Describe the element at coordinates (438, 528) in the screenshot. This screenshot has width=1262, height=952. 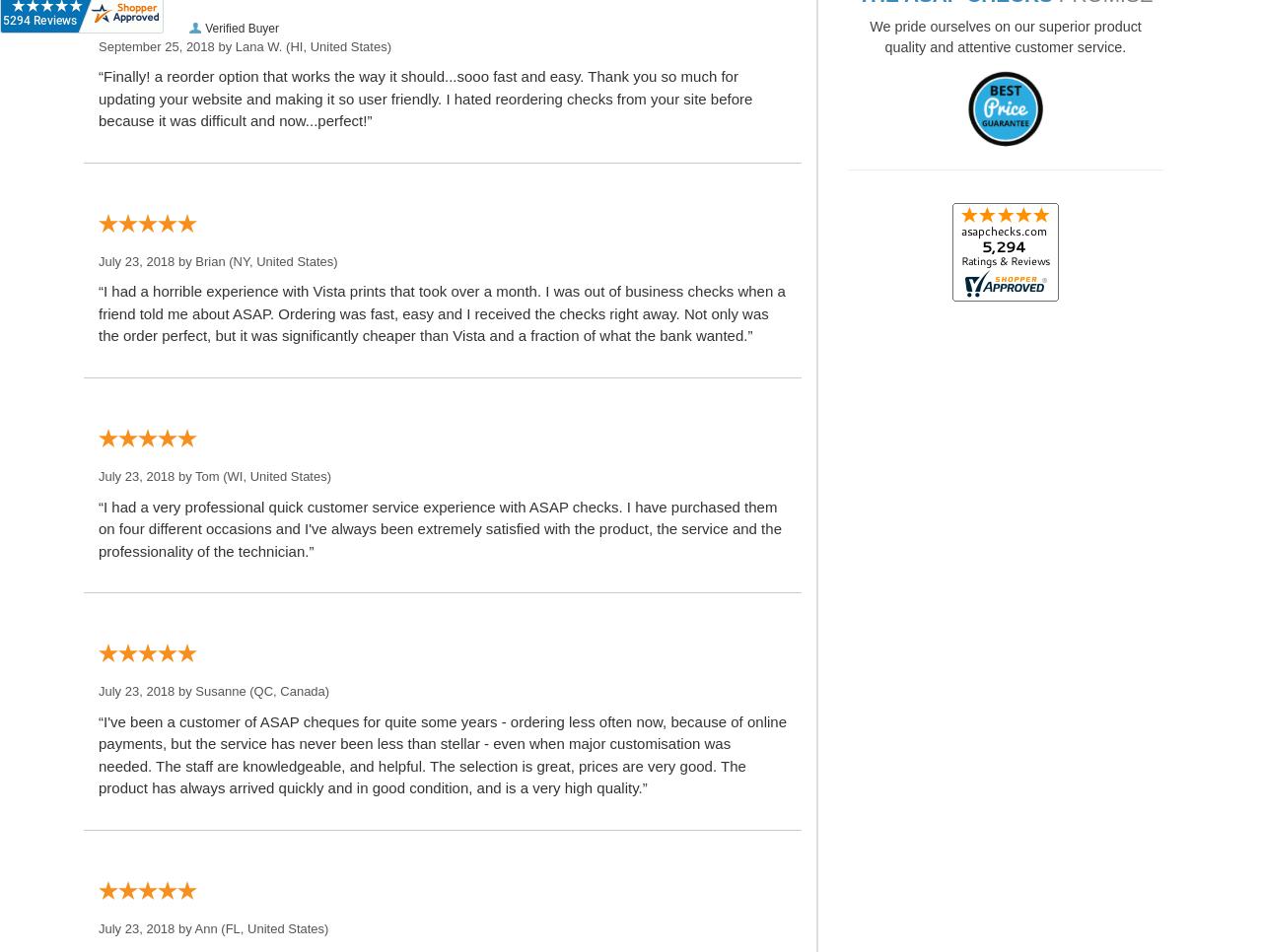
I see `'“I had a very professional quick customer service experience with ASAP checks. I have purchased them on four different occasions and I've always been extremely satisfied with the product, the service and the professionality of the technician.”'` at that location.